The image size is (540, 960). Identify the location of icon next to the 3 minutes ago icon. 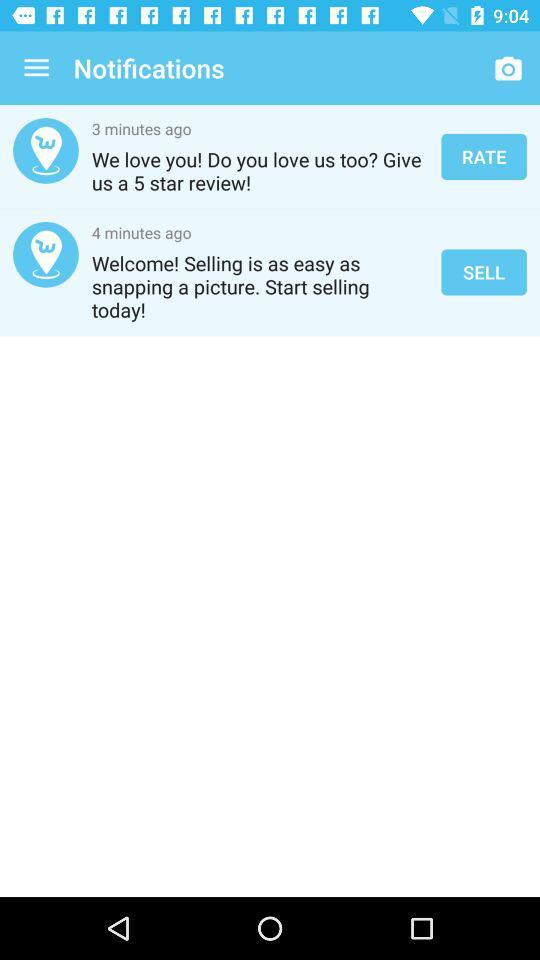
(483, 155).